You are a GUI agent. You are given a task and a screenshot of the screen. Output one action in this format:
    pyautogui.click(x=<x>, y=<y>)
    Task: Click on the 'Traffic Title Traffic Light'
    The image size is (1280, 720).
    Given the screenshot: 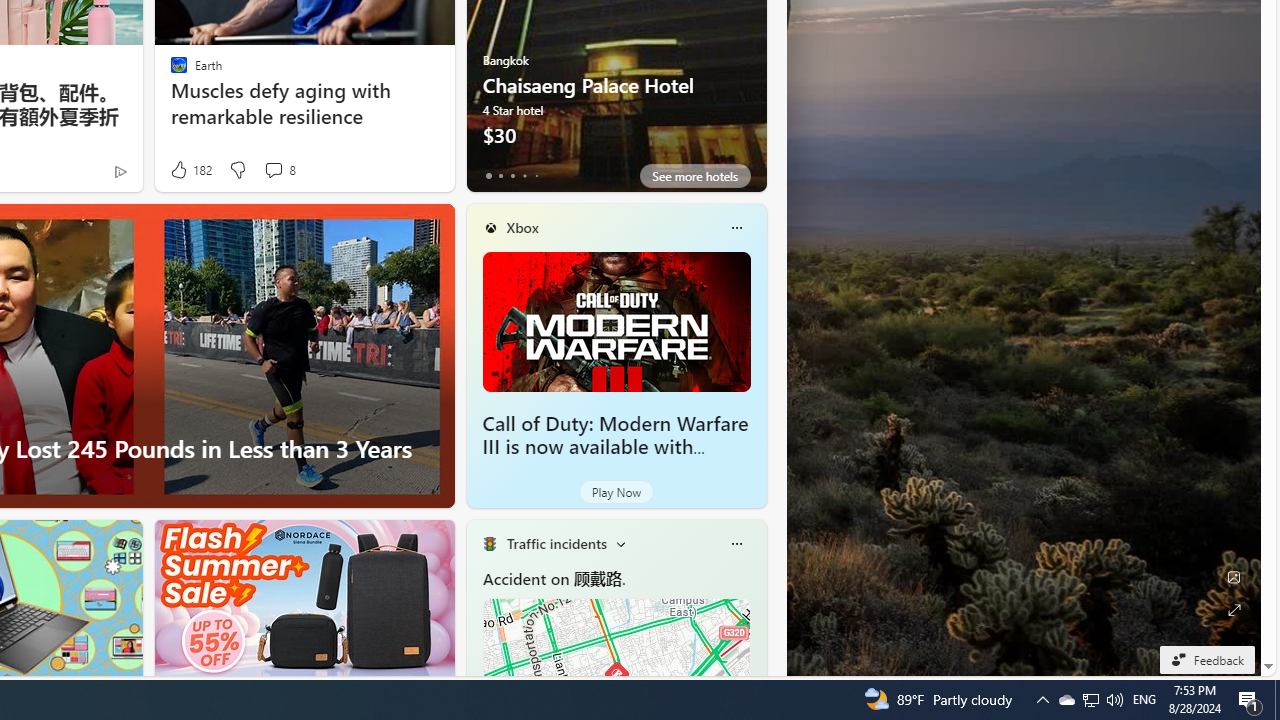 What is the action you would take?
    pyautogui.click(x=489, y=543)
    